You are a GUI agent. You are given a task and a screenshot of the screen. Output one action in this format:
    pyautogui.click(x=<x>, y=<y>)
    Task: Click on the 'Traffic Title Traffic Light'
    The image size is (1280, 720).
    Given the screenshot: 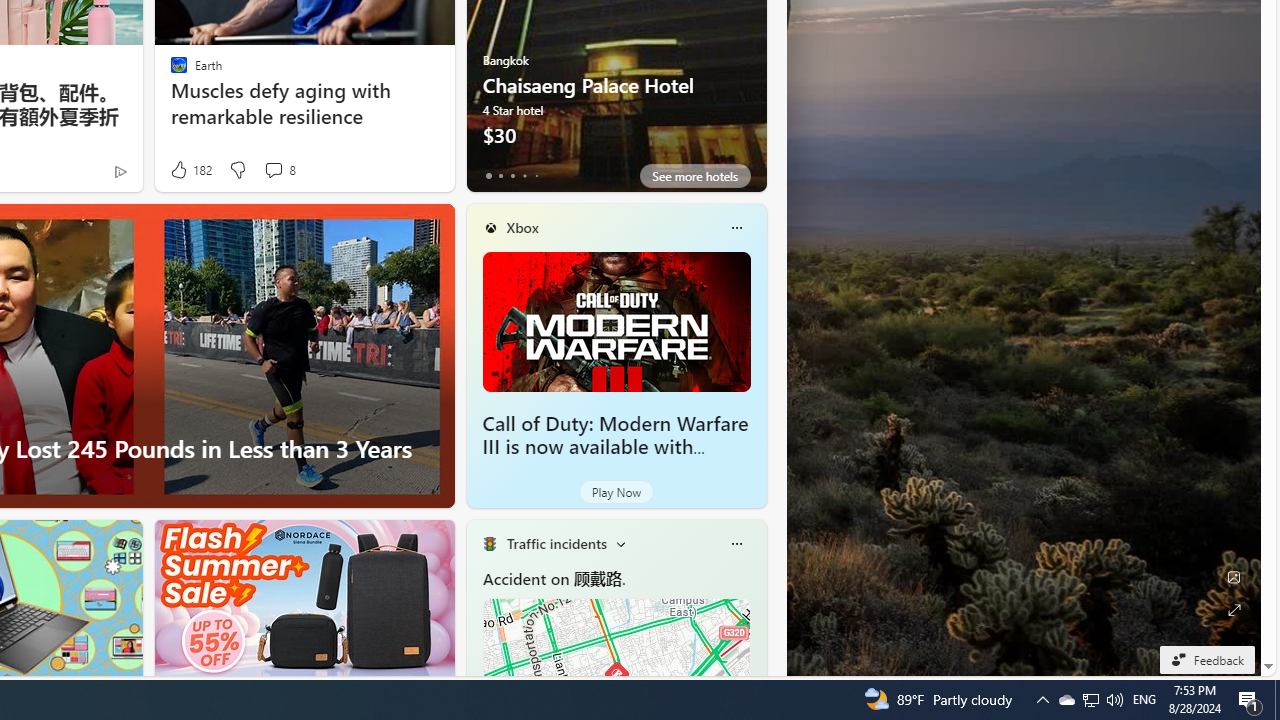 What is the action you would take?
    pyautogui.click(x=489, y=543)
    